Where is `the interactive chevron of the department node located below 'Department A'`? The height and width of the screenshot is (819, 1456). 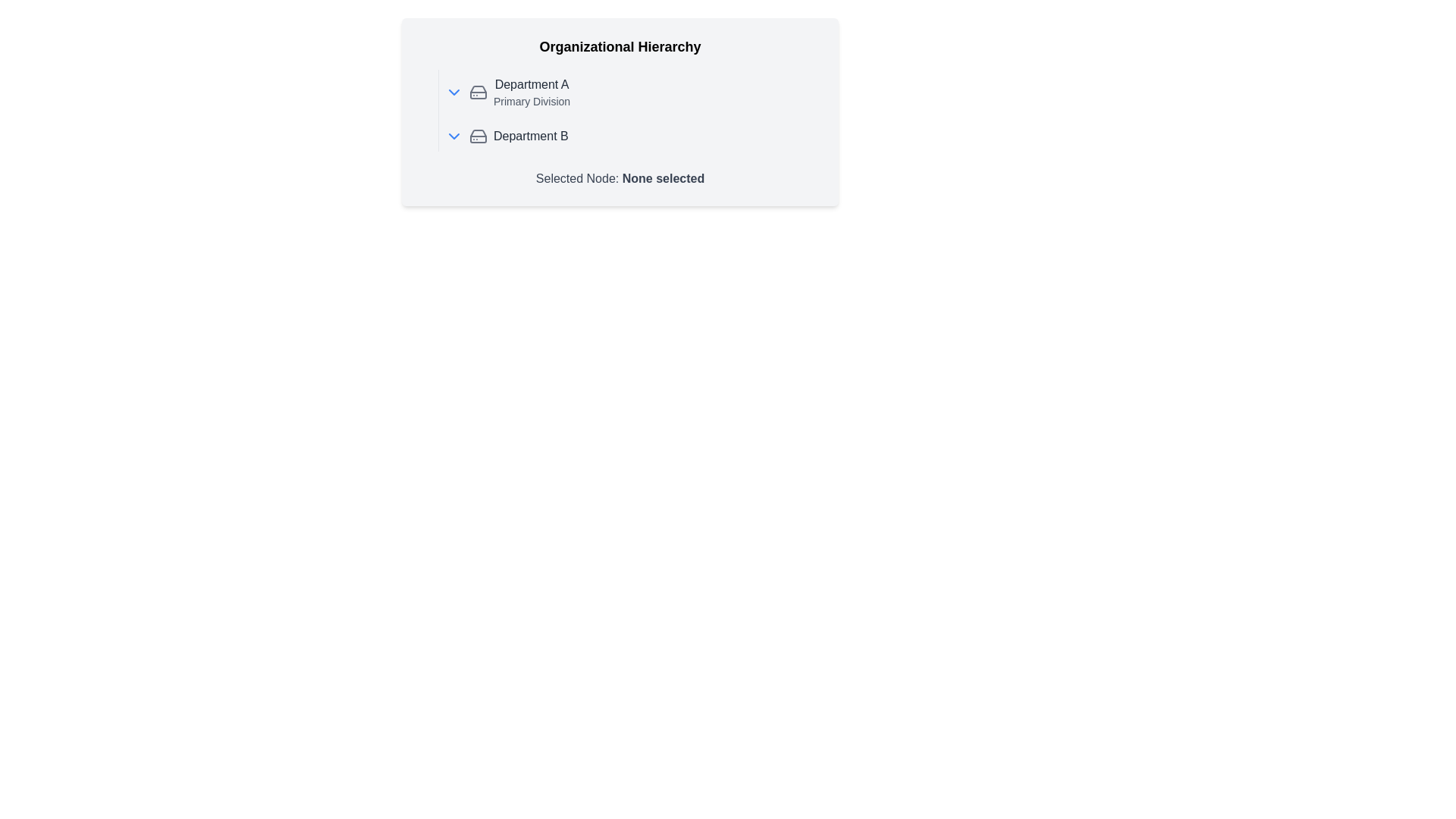 the interactive chevron of the department node located below 'Department A' is located at coordinates (629, 136).